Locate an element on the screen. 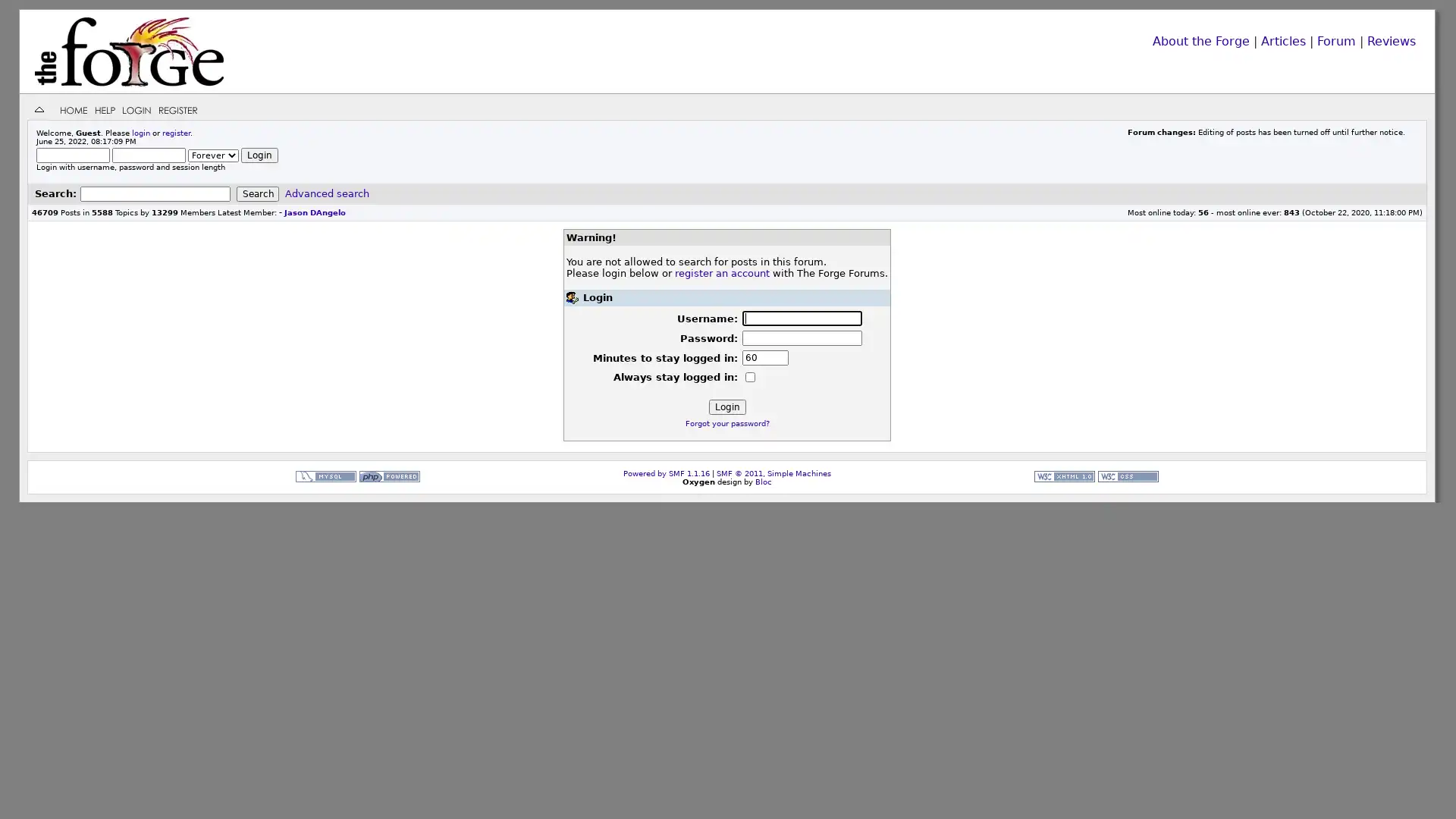  Search is located at coordinates (258, 193).